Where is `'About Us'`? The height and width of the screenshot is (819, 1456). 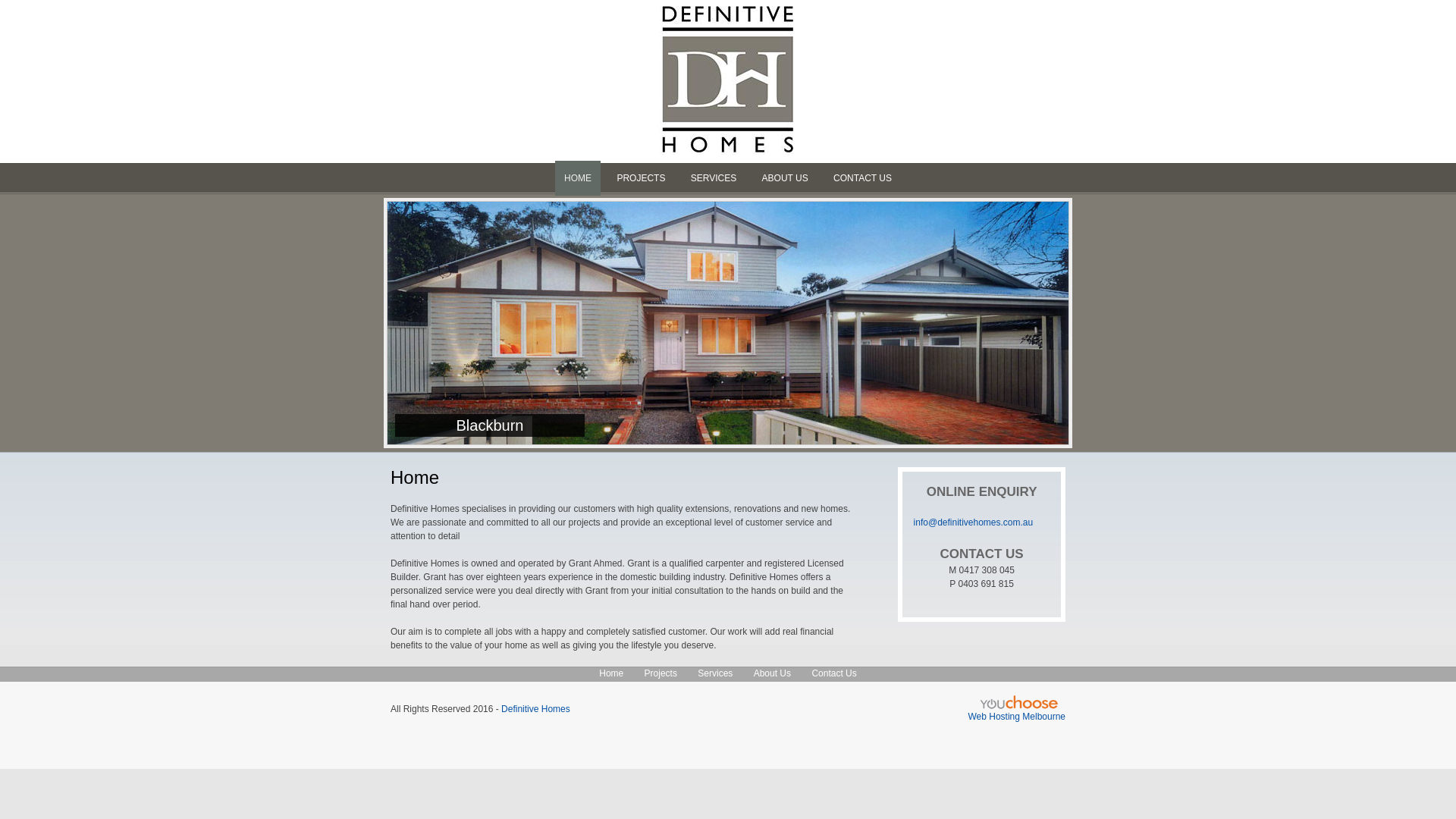
'About Us' is located at coordinates (753, 672).